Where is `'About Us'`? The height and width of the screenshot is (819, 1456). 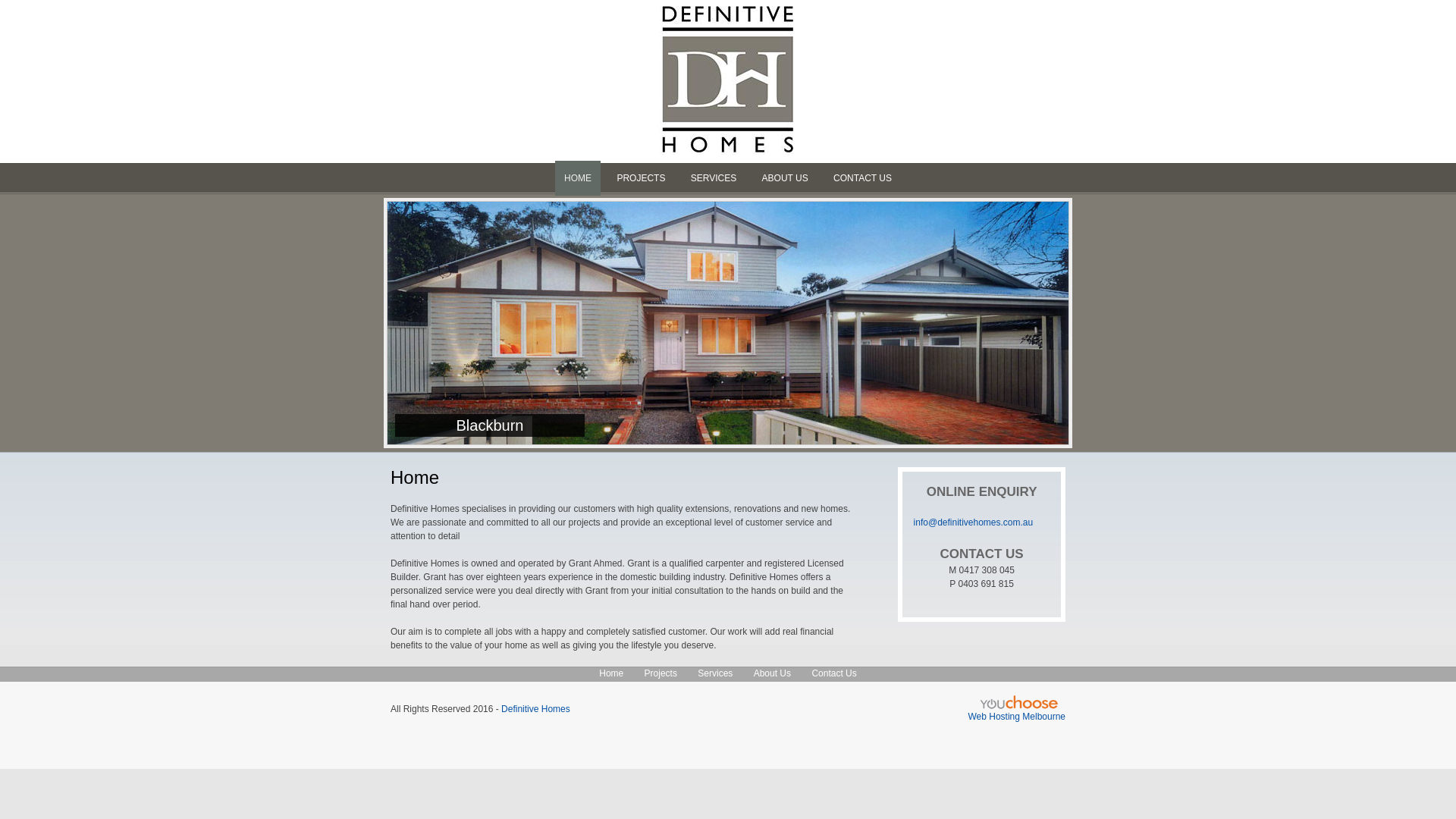
'About Us' is located at coordinates (753, 672).